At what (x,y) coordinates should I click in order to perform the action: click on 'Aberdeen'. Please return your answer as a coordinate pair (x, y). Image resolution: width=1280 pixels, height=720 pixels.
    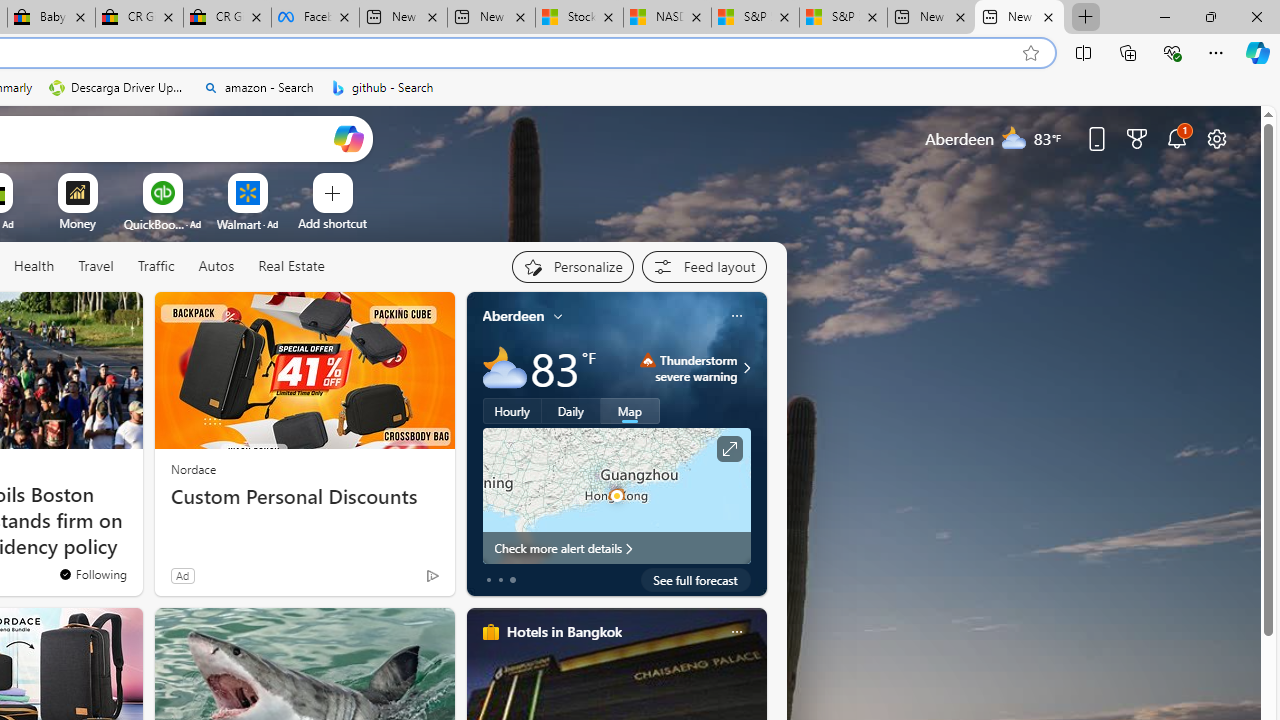
    Looking at the image, I should click on (513, 315).